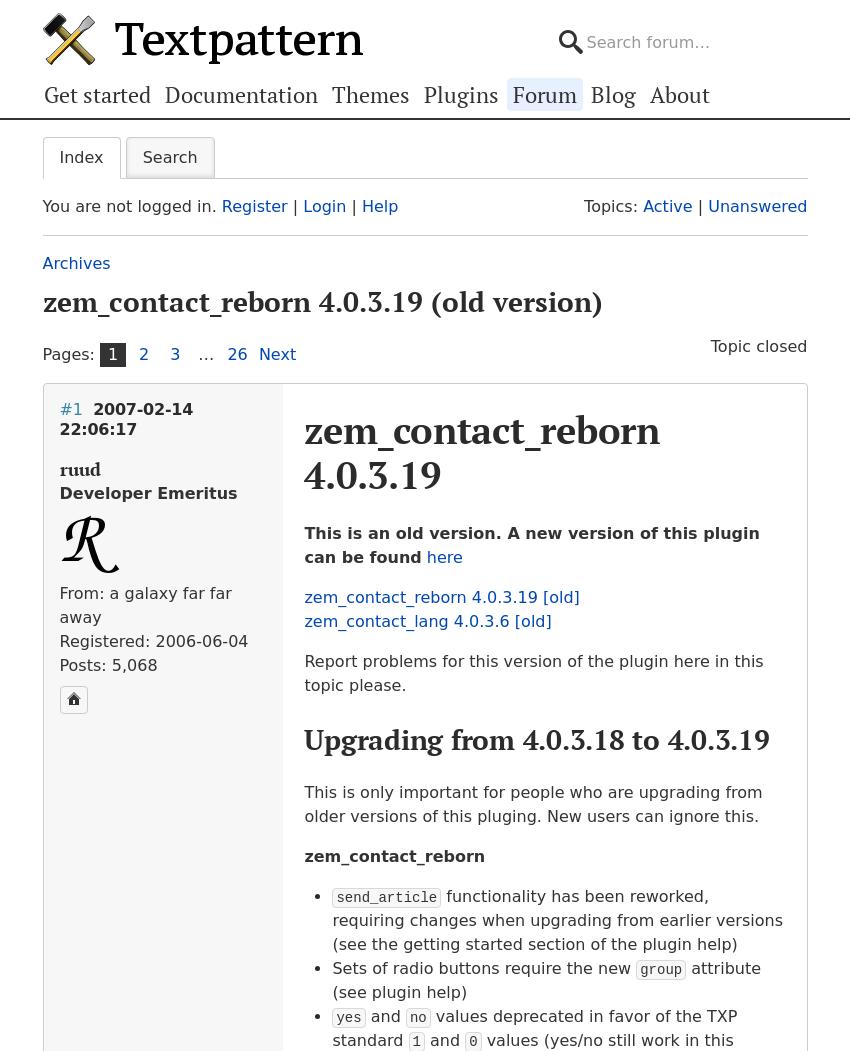 This screenshot has height=1051, width=850. Describe the element at coordinates (40, 354) in the screenshot. I see `'Pages:'` at that location.